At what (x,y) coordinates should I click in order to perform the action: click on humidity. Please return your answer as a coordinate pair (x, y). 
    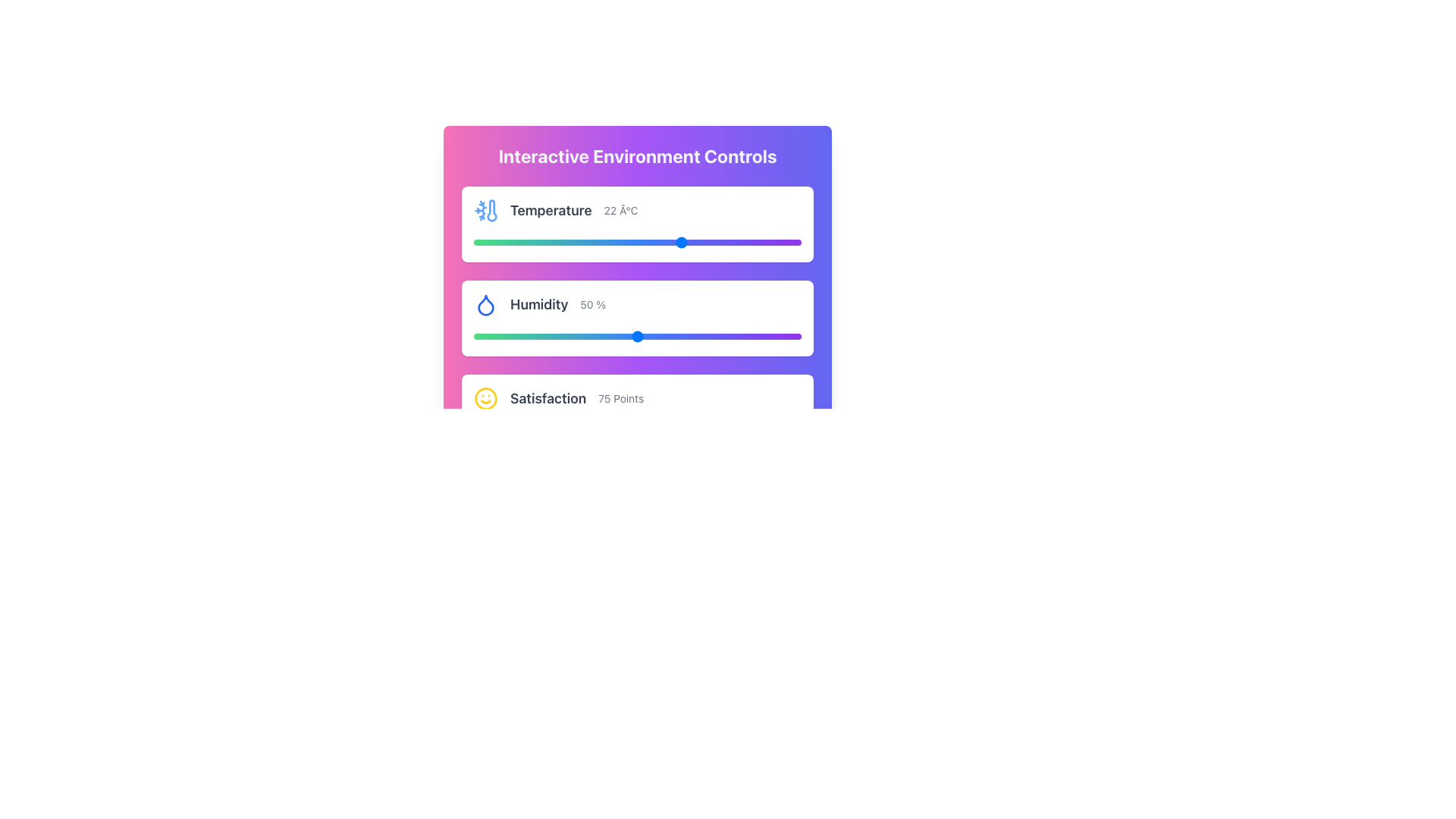
    Looking at the image, I should click on (686, 335).